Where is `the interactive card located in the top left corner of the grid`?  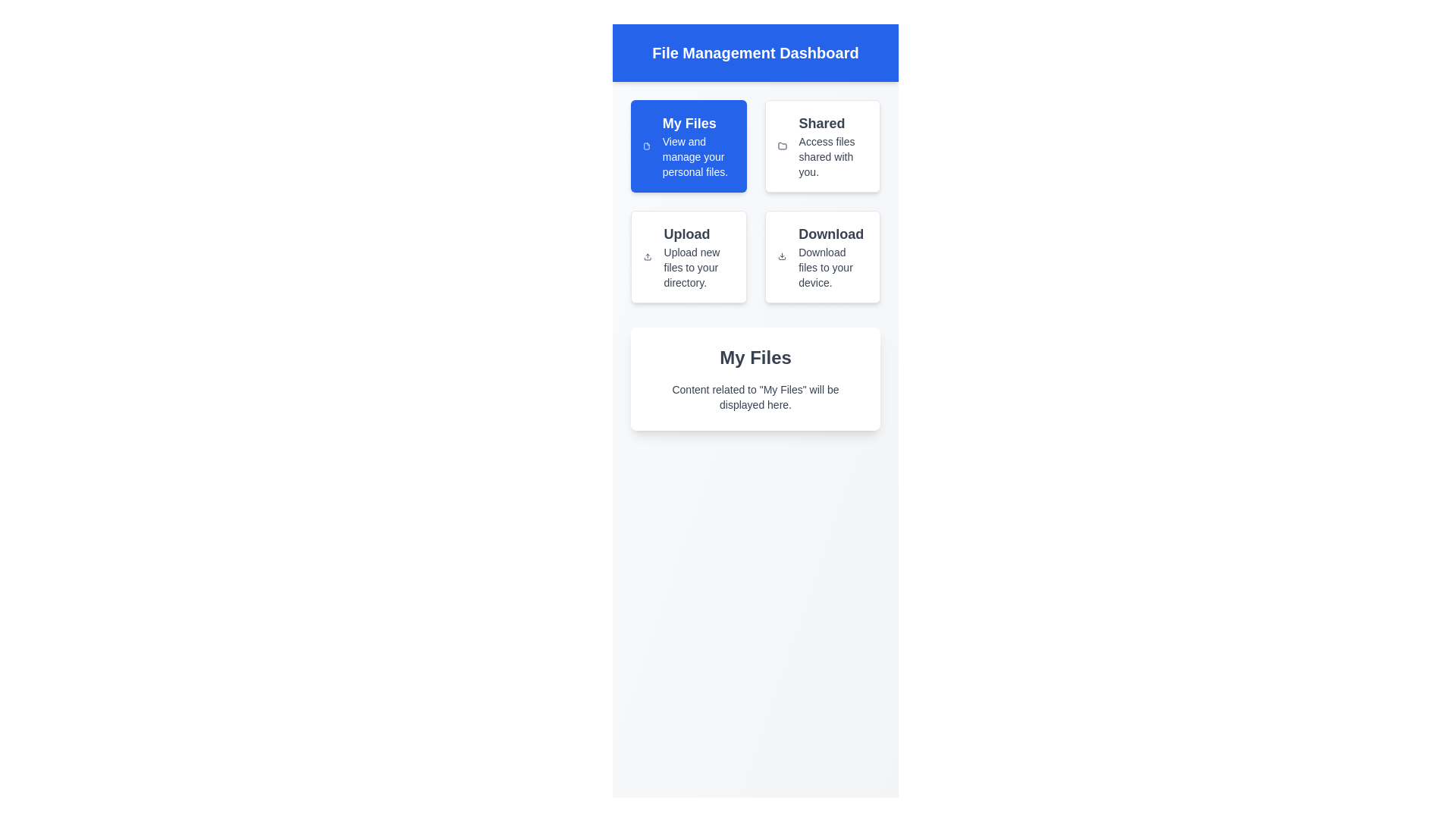 the interactive card located in the top left corner of the grid is located at coordinates (687, 146).